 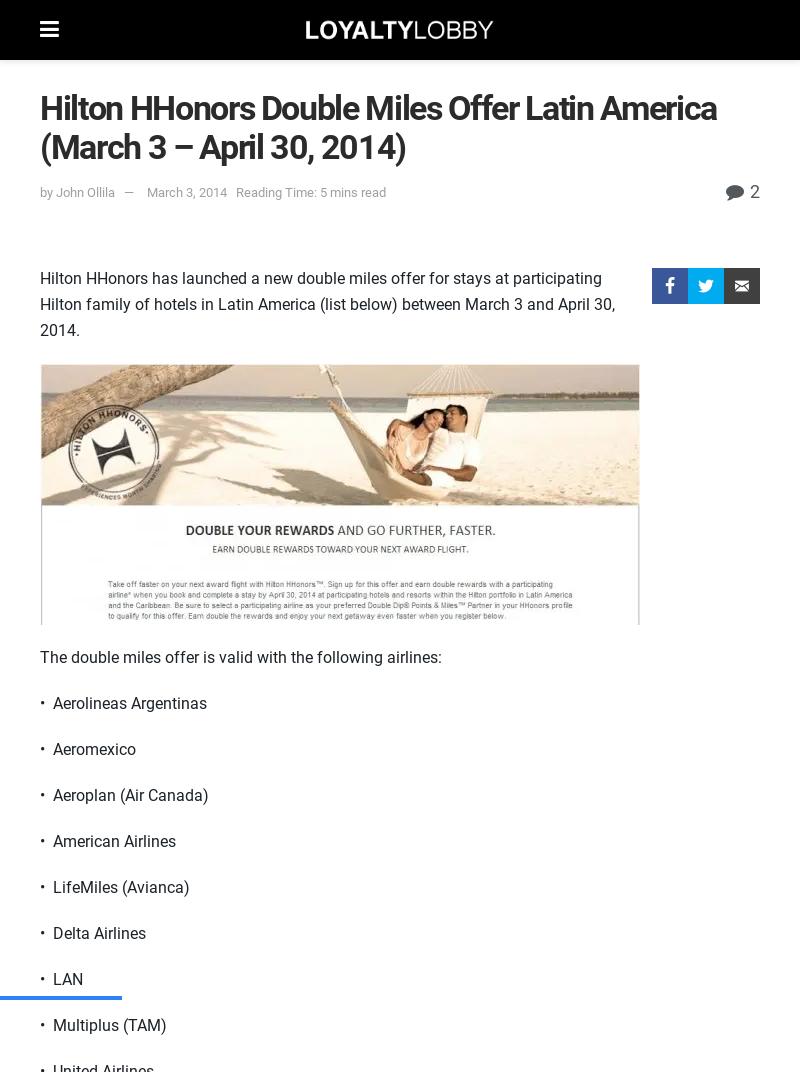 What do you see at coordinates (39, 933) in the screenshot?
I see `'•  Delta Airlines'` at bounding box center [39, 933].